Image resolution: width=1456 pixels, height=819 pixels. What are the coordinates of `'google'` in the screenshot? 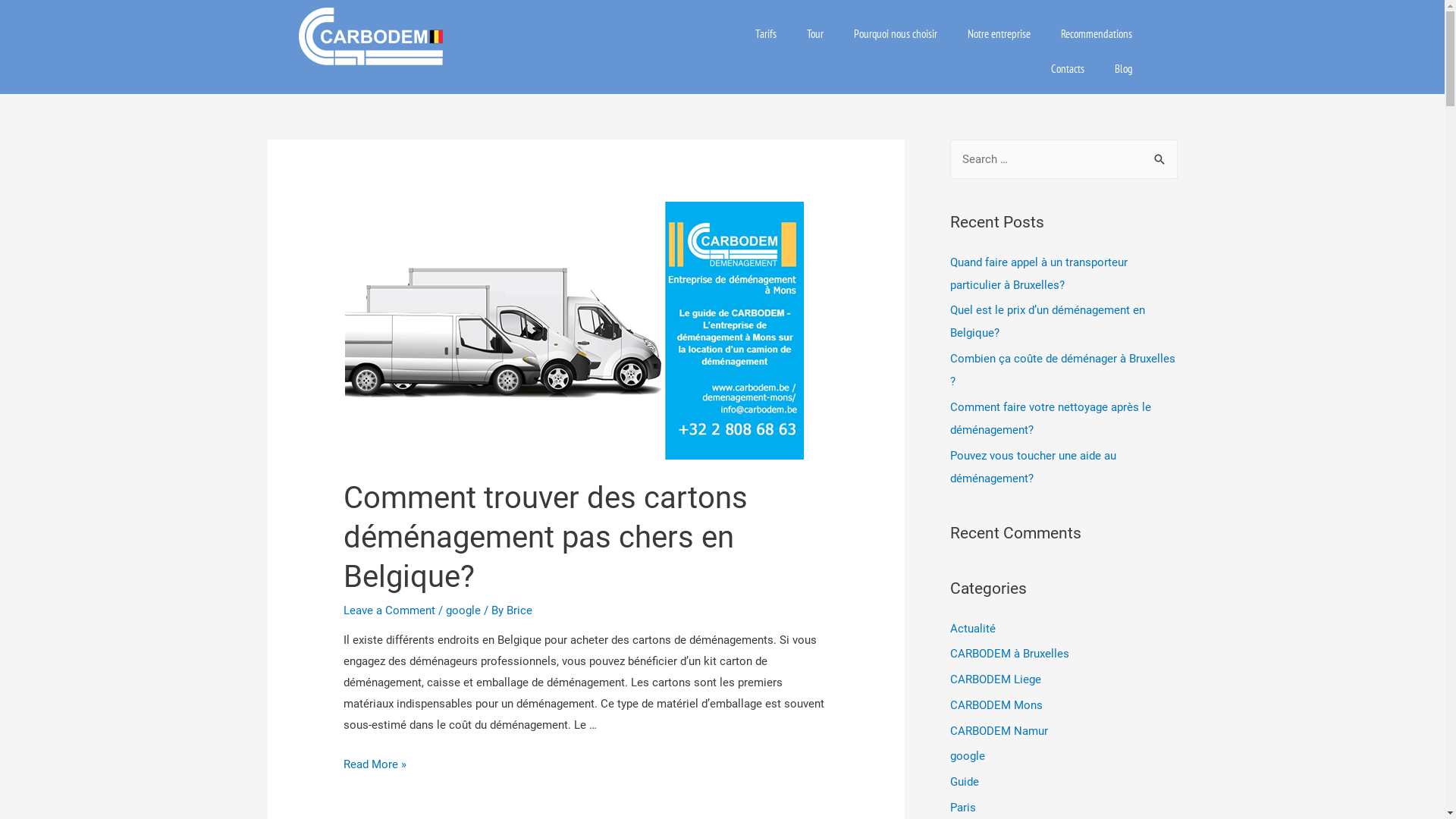 It's located at (445, 610).